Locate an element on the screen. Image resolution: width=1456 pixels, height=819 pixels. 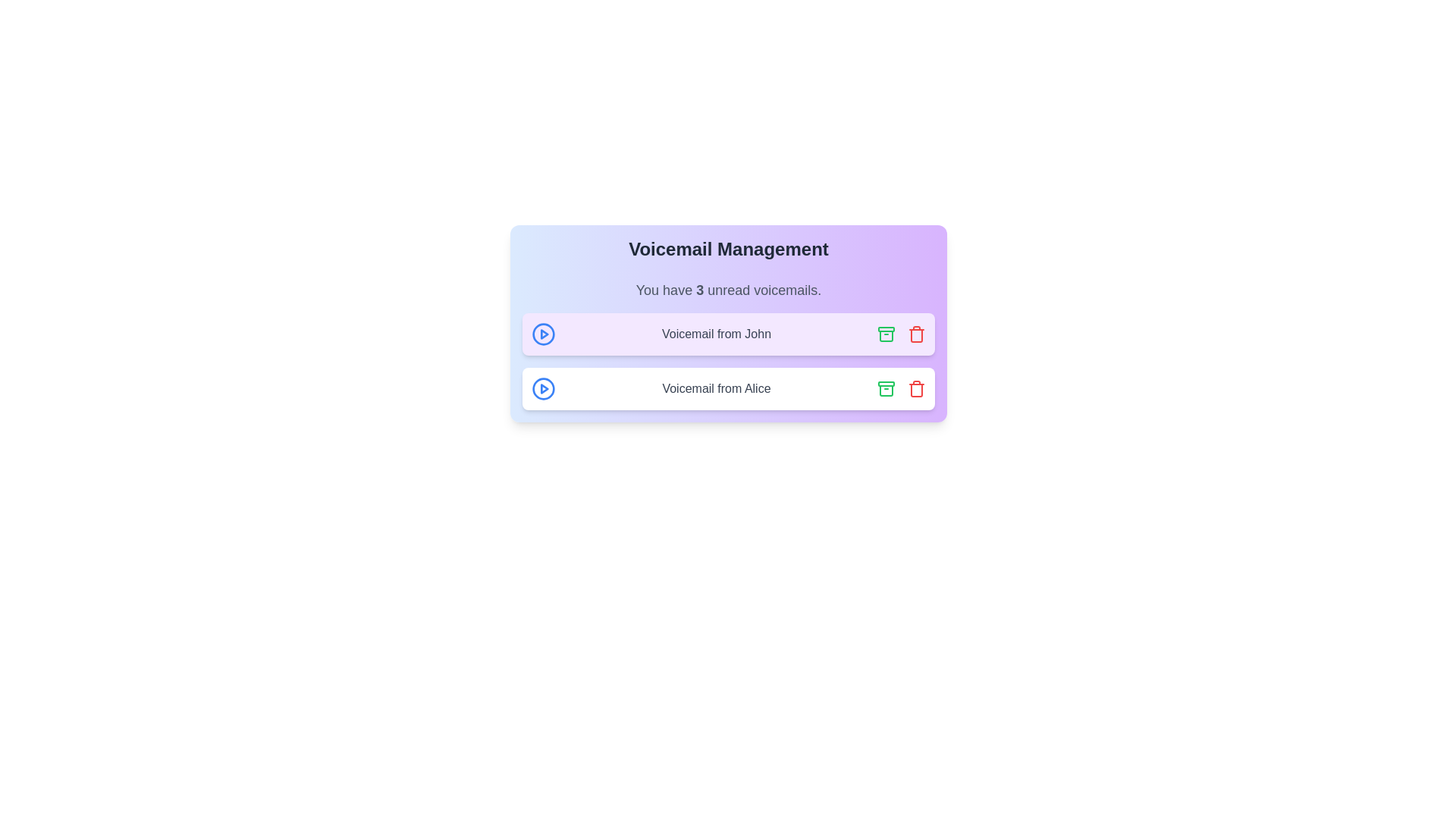
the SVG circle component that represents the play button for playing a voicemail, located inside the first voicemail row next to 'Voicemail from John' is located at coordinates (543, 333).